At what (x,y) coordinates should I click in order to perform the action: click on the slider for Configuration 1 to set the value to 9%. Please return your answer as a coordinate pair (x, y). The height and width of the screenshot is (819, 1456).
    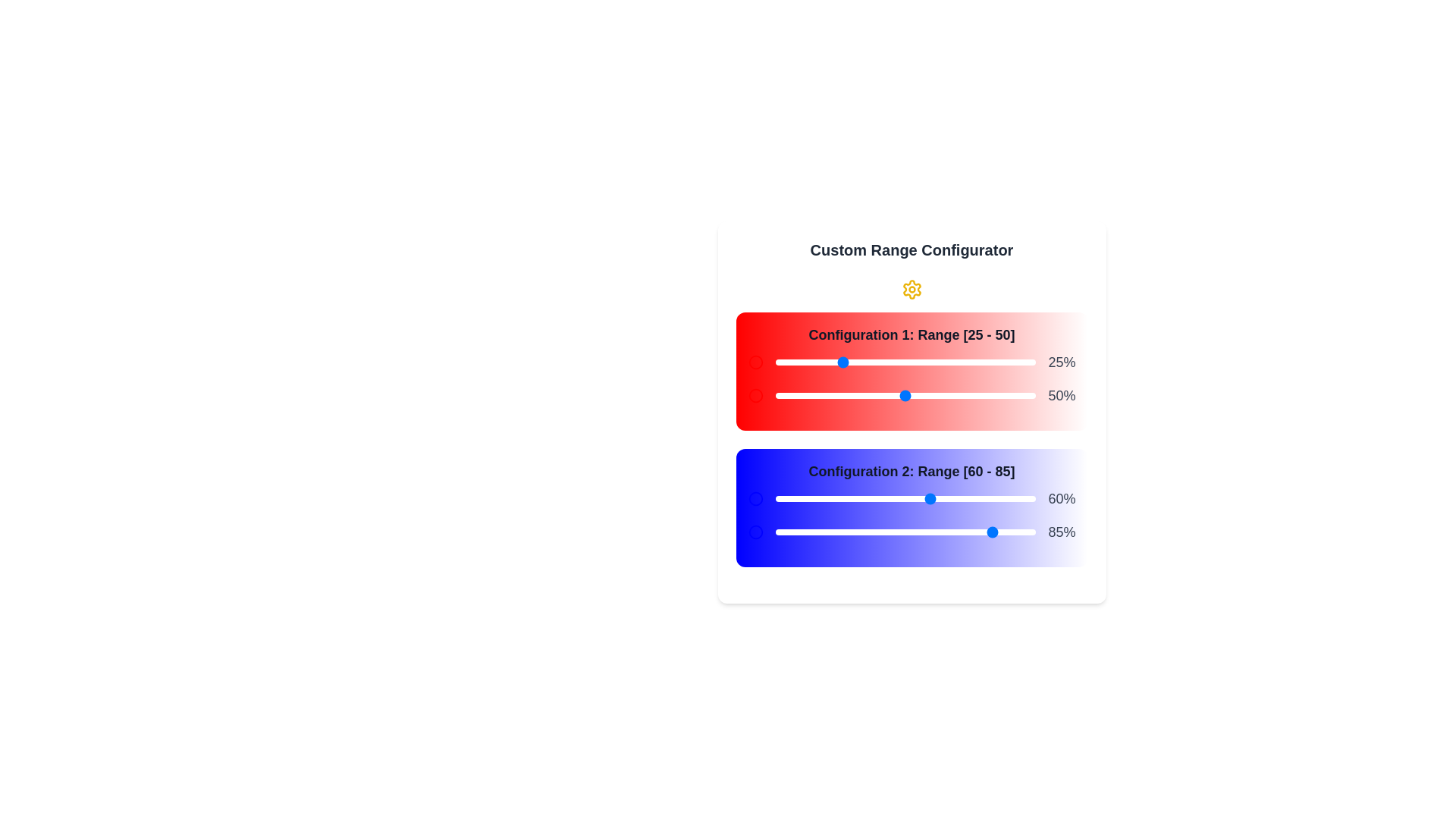
    Looking at the image, I should click on (798, 362).